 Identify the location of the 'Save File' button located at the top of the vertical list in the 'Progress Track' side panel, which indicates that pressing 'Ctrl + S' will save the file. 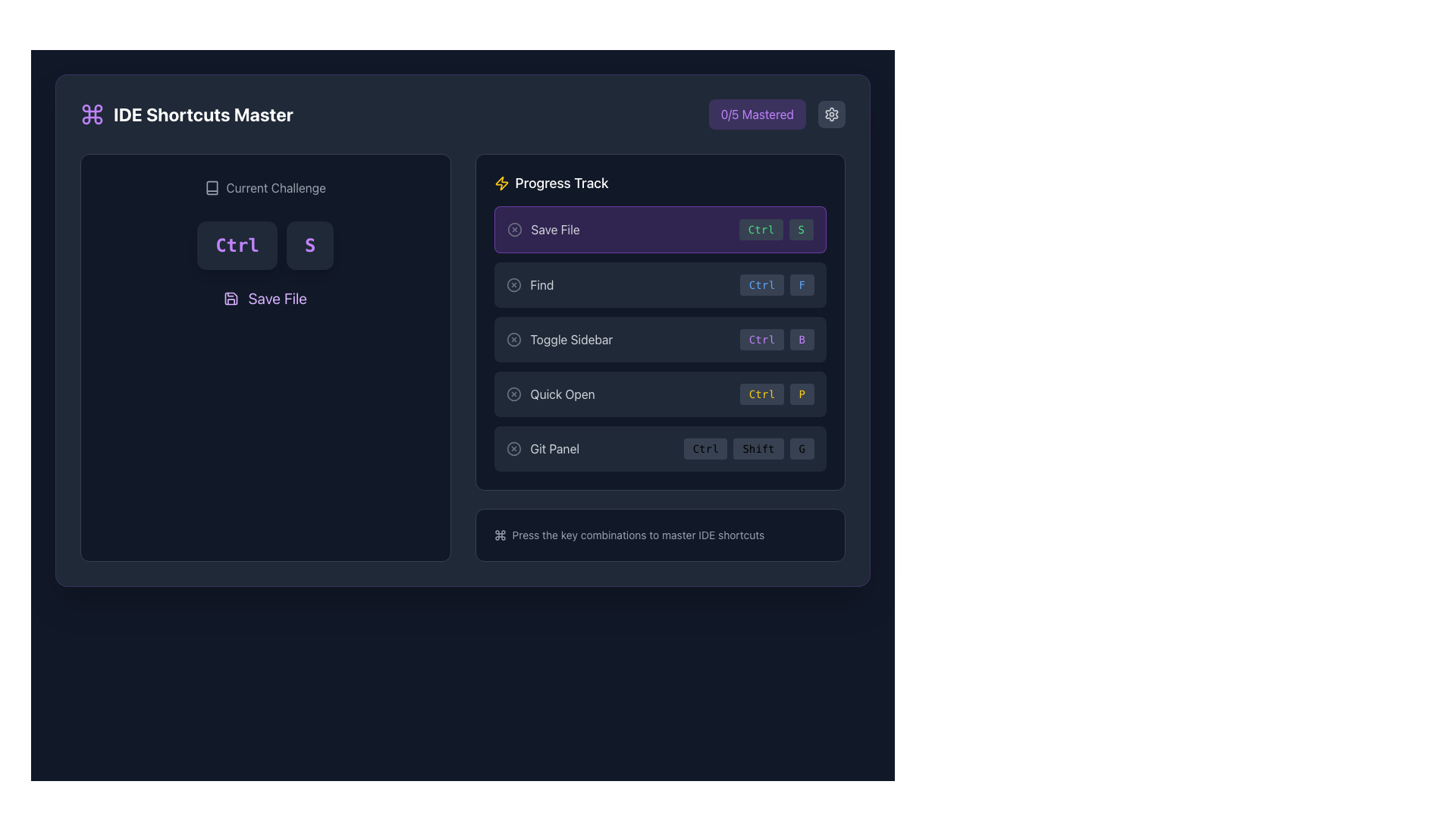
(660, 230).